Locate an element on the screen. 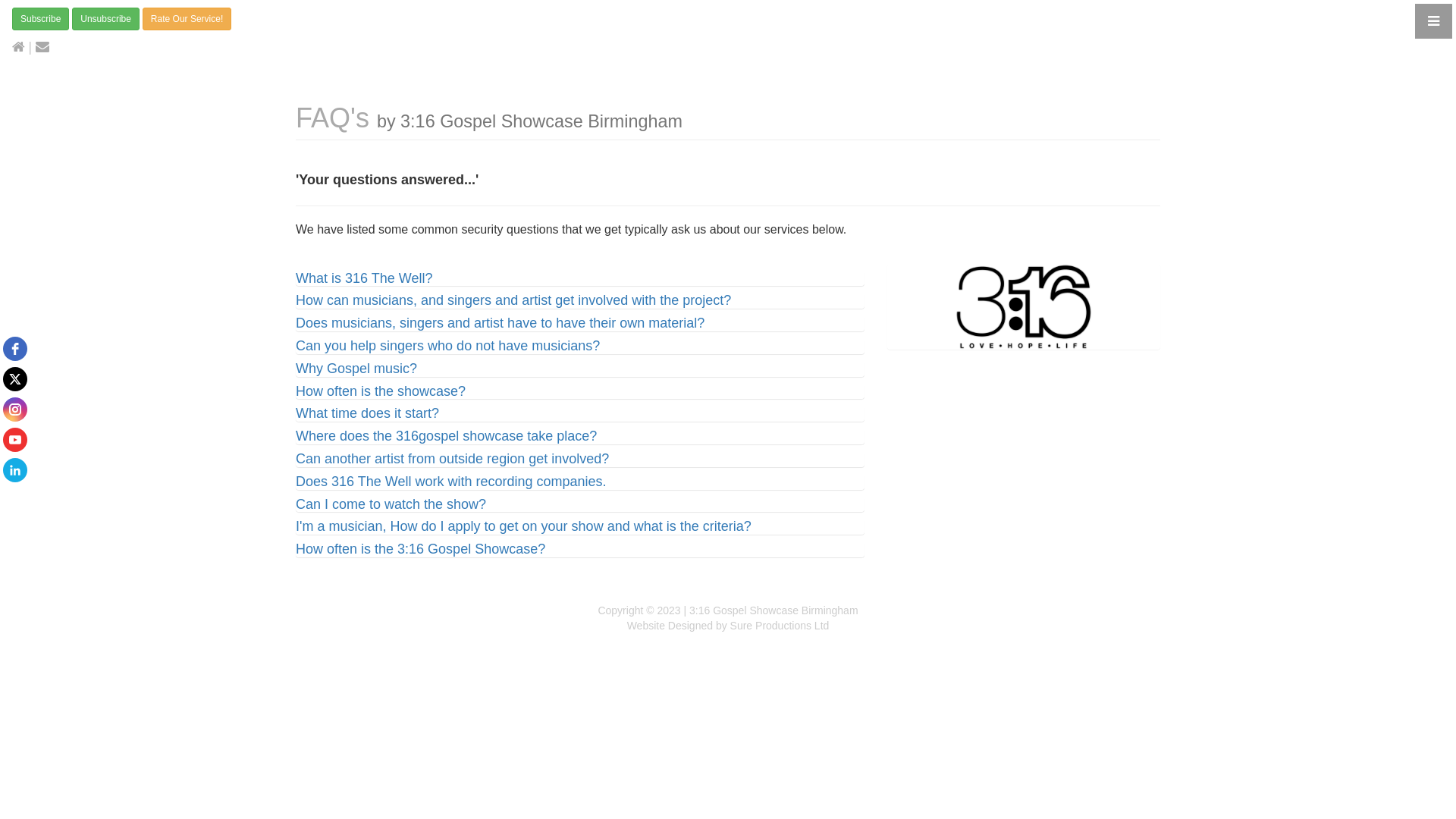 This screenshot has height=819, width=1456. 'Unsubscribe' is located at coordinates (105, 18).